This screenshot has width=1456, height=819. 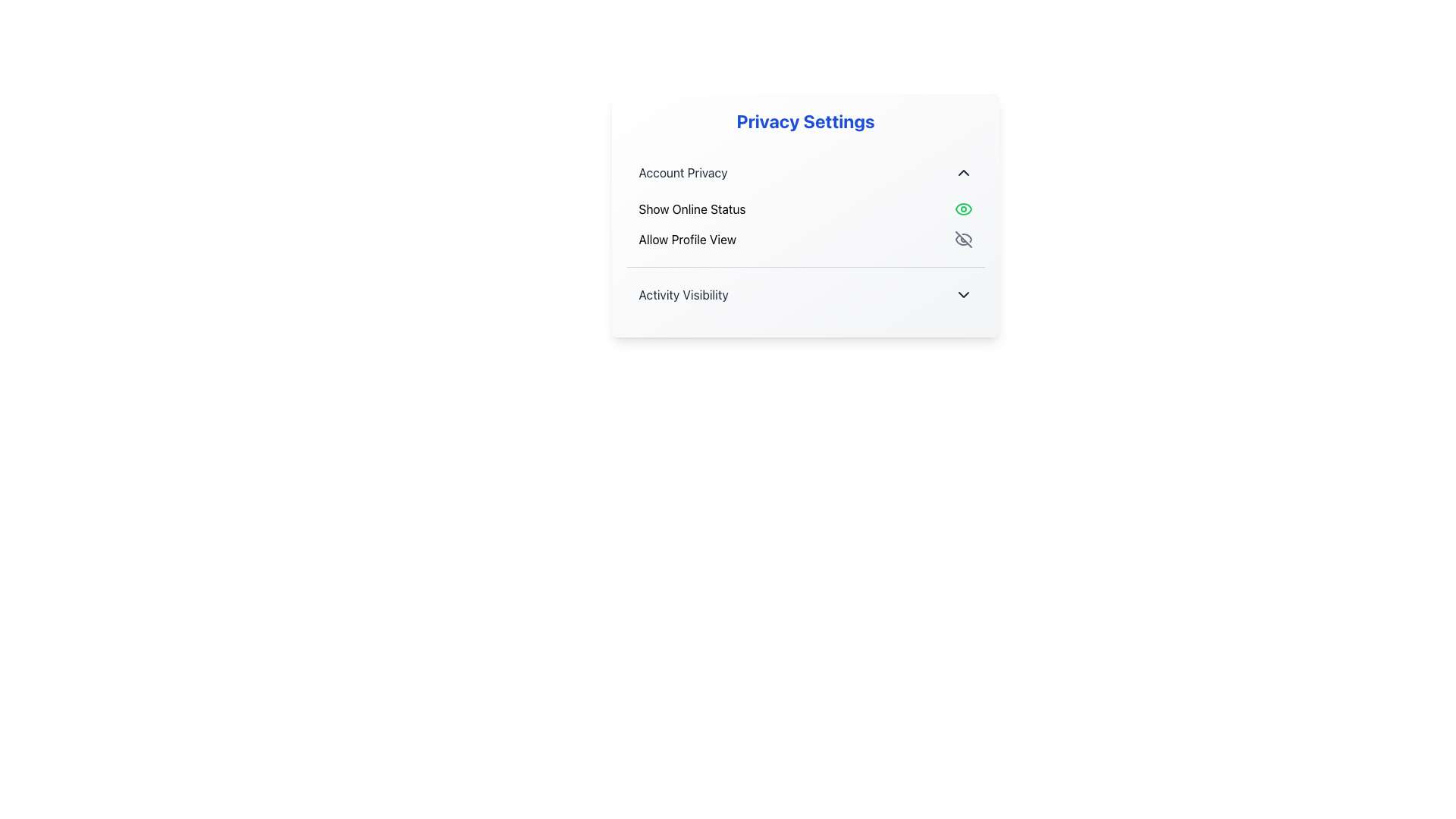 I want to click on the 'Account Privacy' label, which is the first text label in the privacy options list within the 'Privacy Settings' section, so click(x=682, y=171).